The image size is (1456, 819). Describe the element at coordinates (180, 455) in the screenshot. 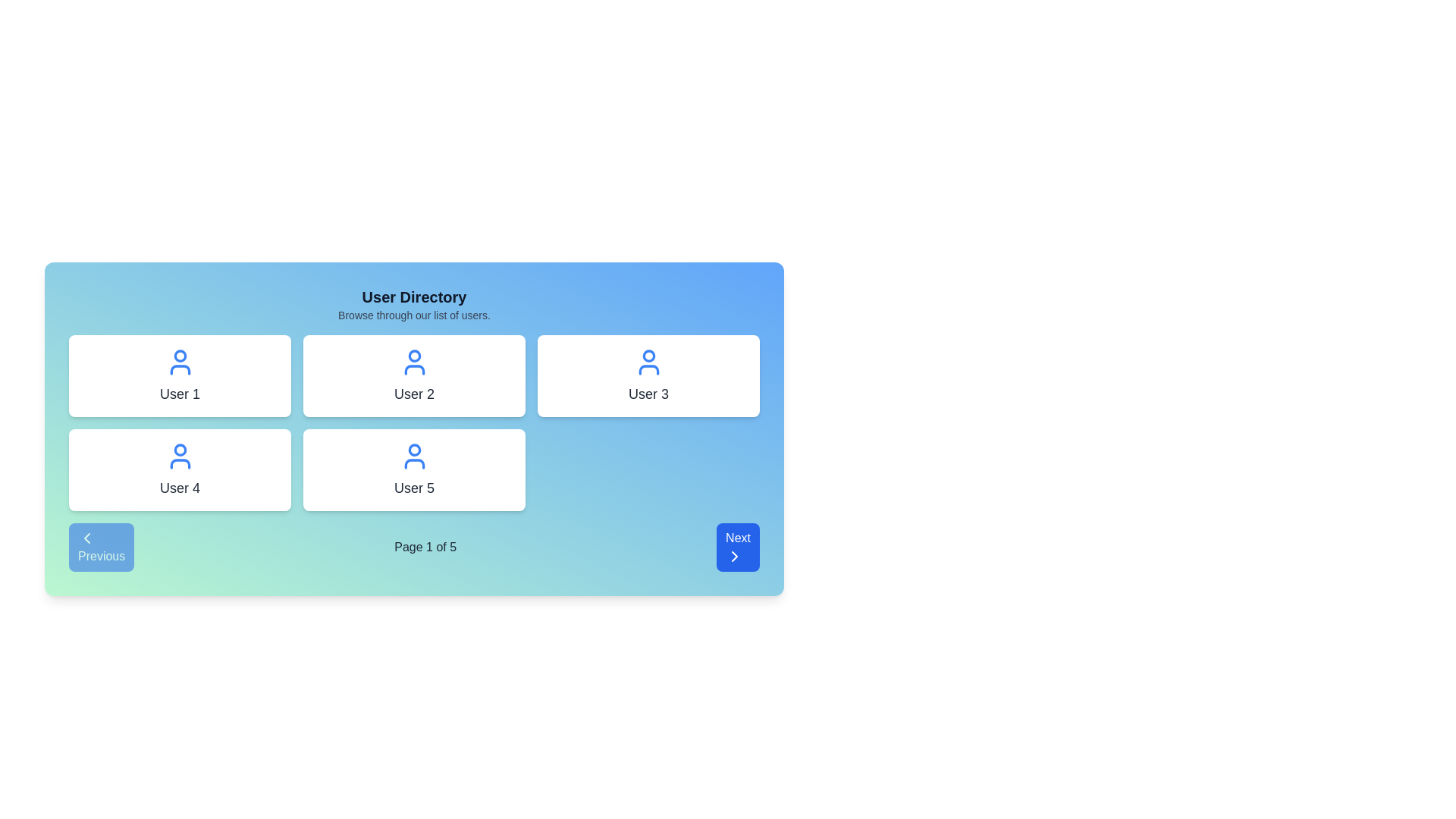

I see `the blue user icon located at the top of the 'User 4' card in the bottom-left part of the user grid` at that location.